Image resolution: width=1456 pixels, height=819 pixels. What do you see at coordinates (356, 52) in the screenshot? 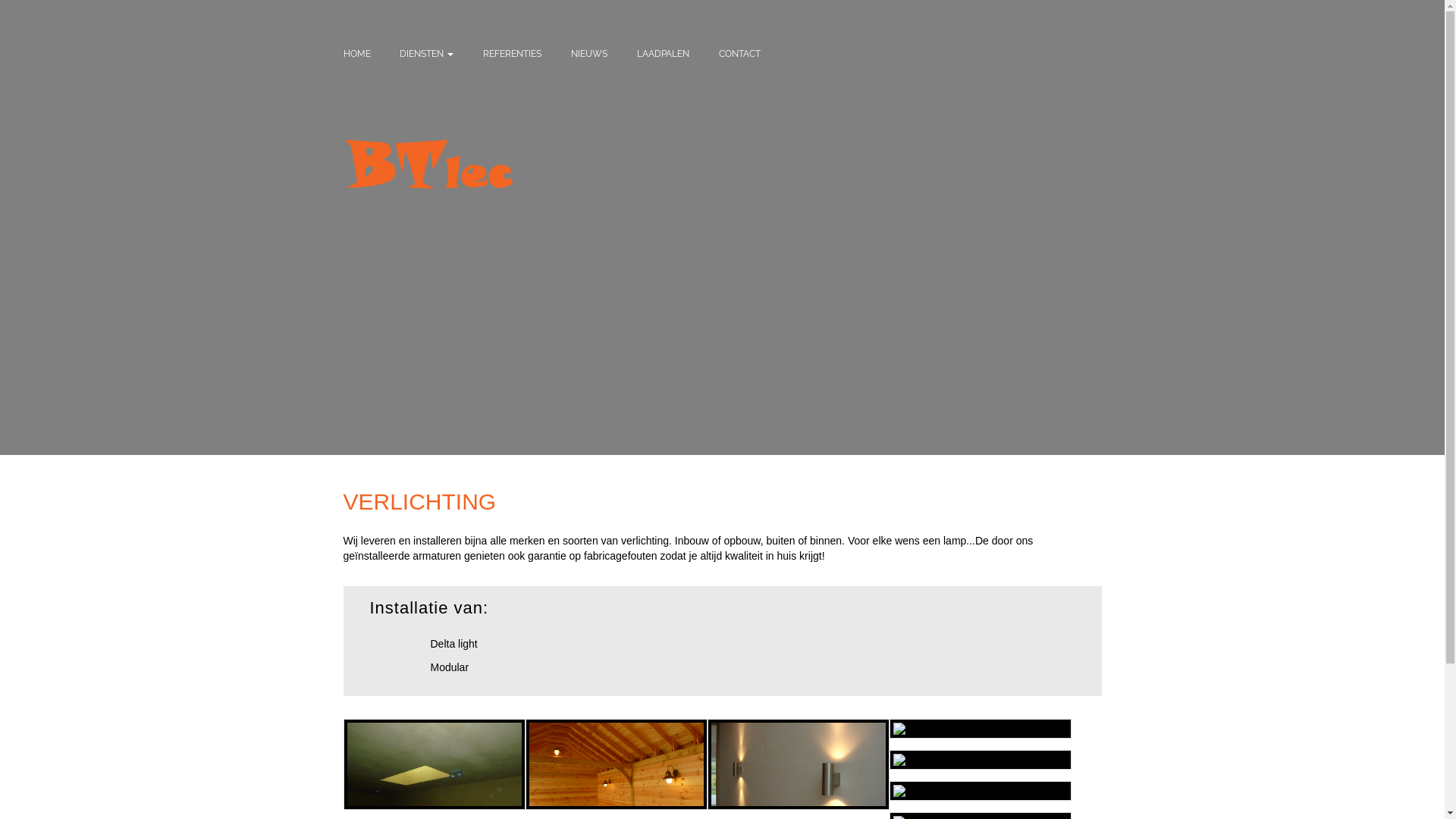
I see `'HOME'` at bounding box center [356, 52].